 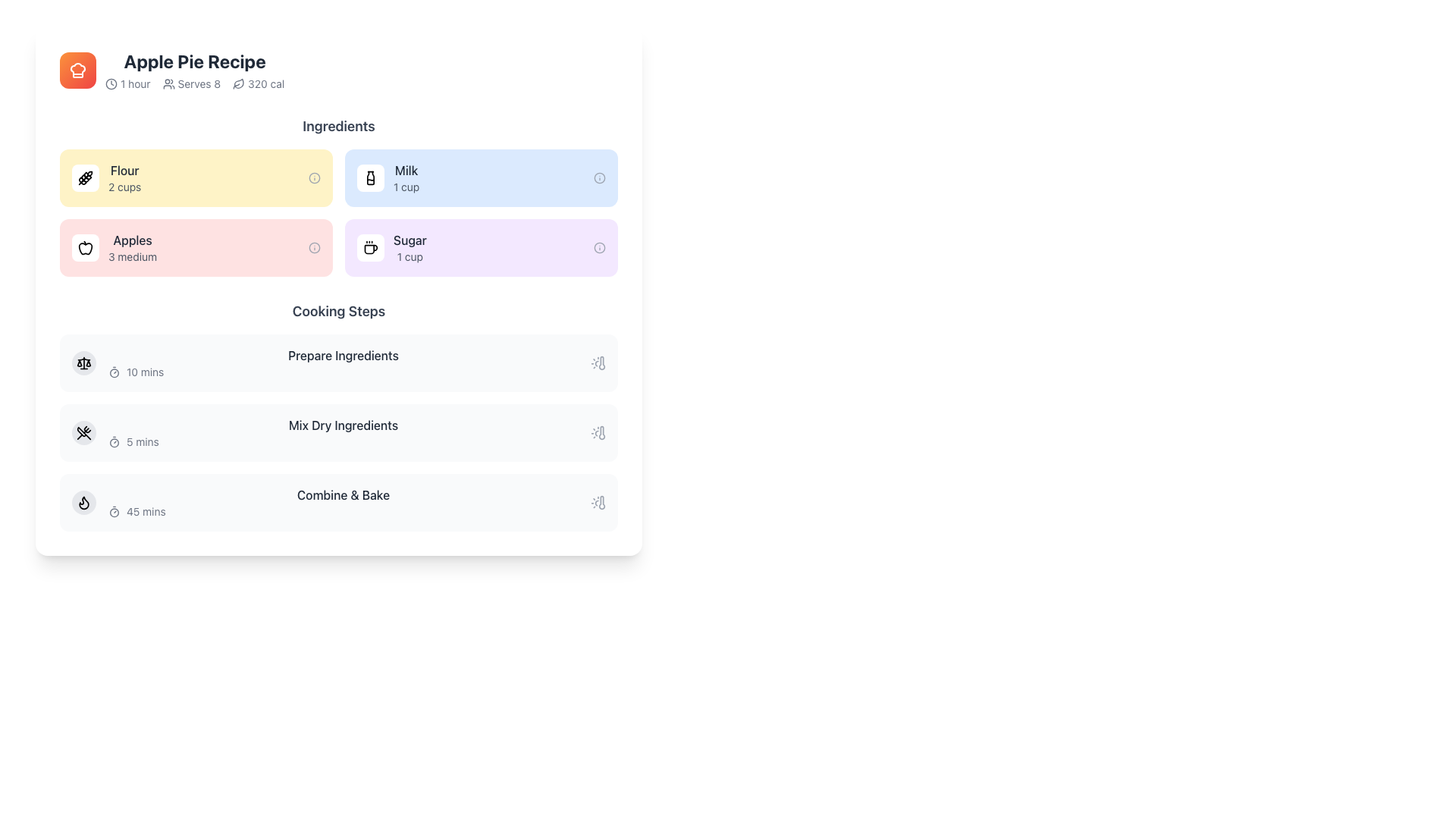 I want to click on the second step of the cooking instructions labeled 'Mix Dry Ingredients' with a timing indication of '5 mins', positioned between 'Prepare Ingredients' and 'Combine & Bake', so click(x=337, y=432).